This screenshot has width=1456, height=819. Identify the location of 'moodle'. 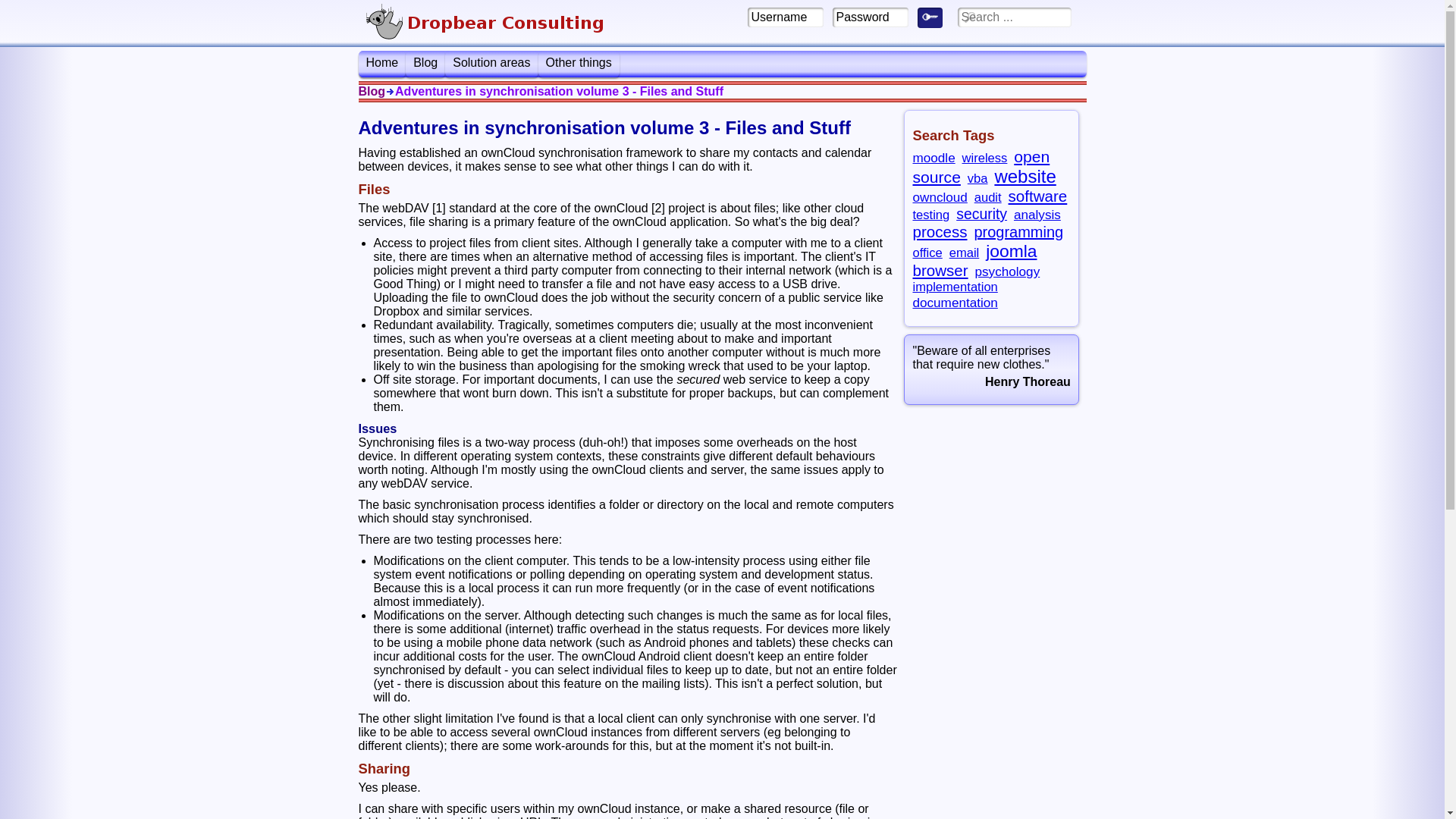
(932, 158).